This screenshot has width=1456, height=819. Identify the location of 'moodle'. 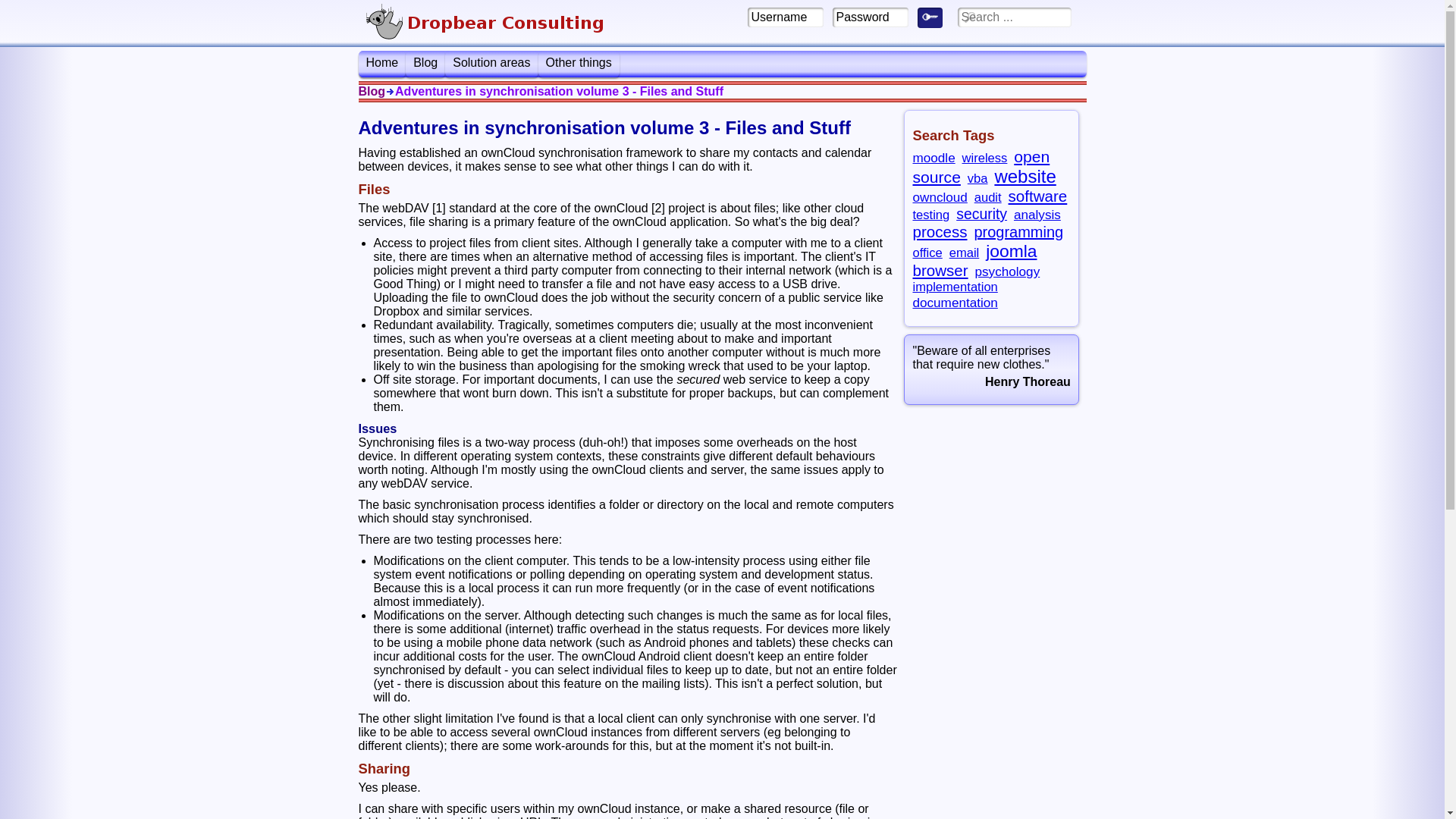
(932, 158).